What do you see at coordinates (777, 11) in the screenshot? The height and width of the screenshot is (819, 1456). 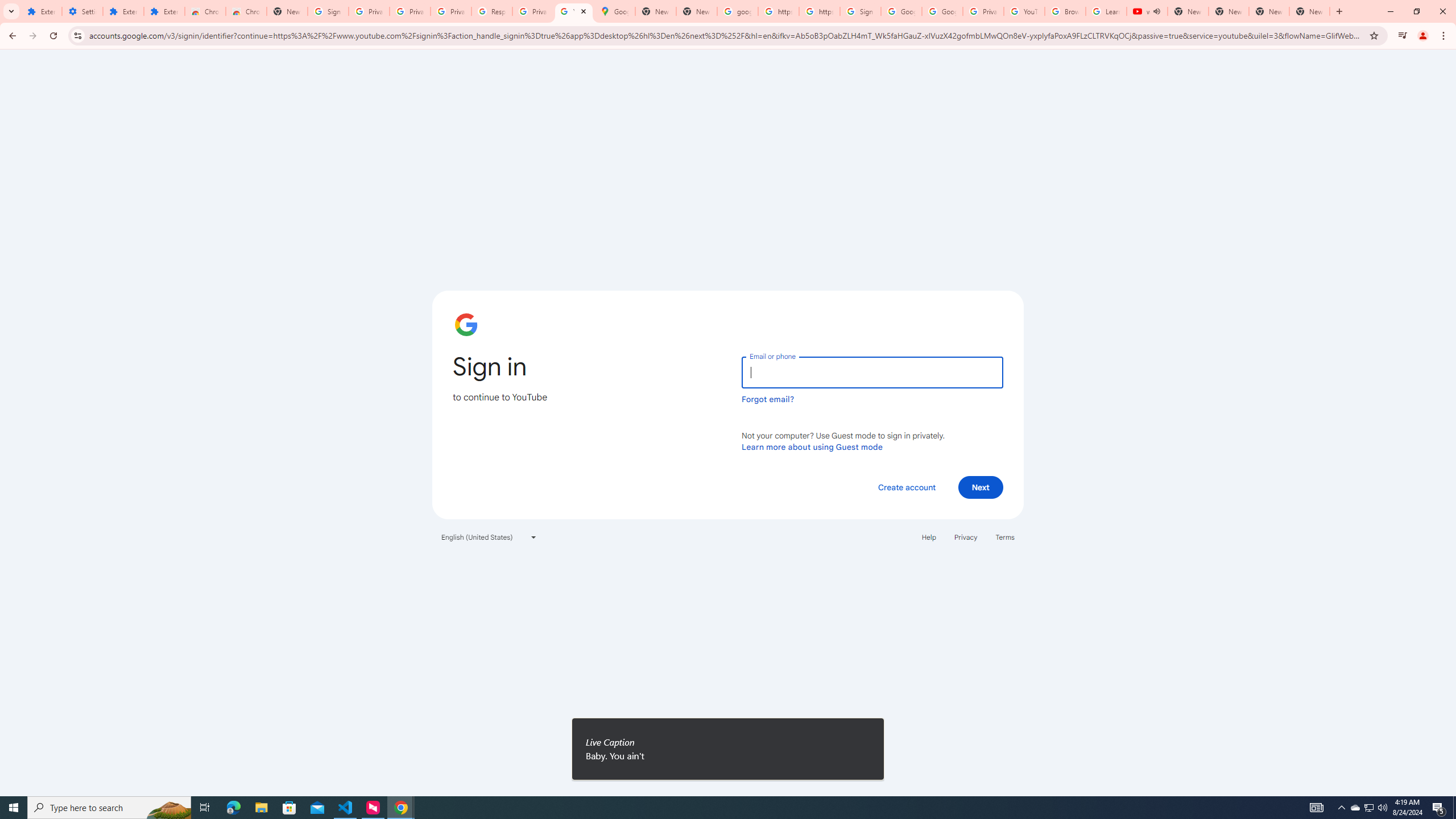 I see `'https://scholar.google.com/'` at bounding box center [777, 11].